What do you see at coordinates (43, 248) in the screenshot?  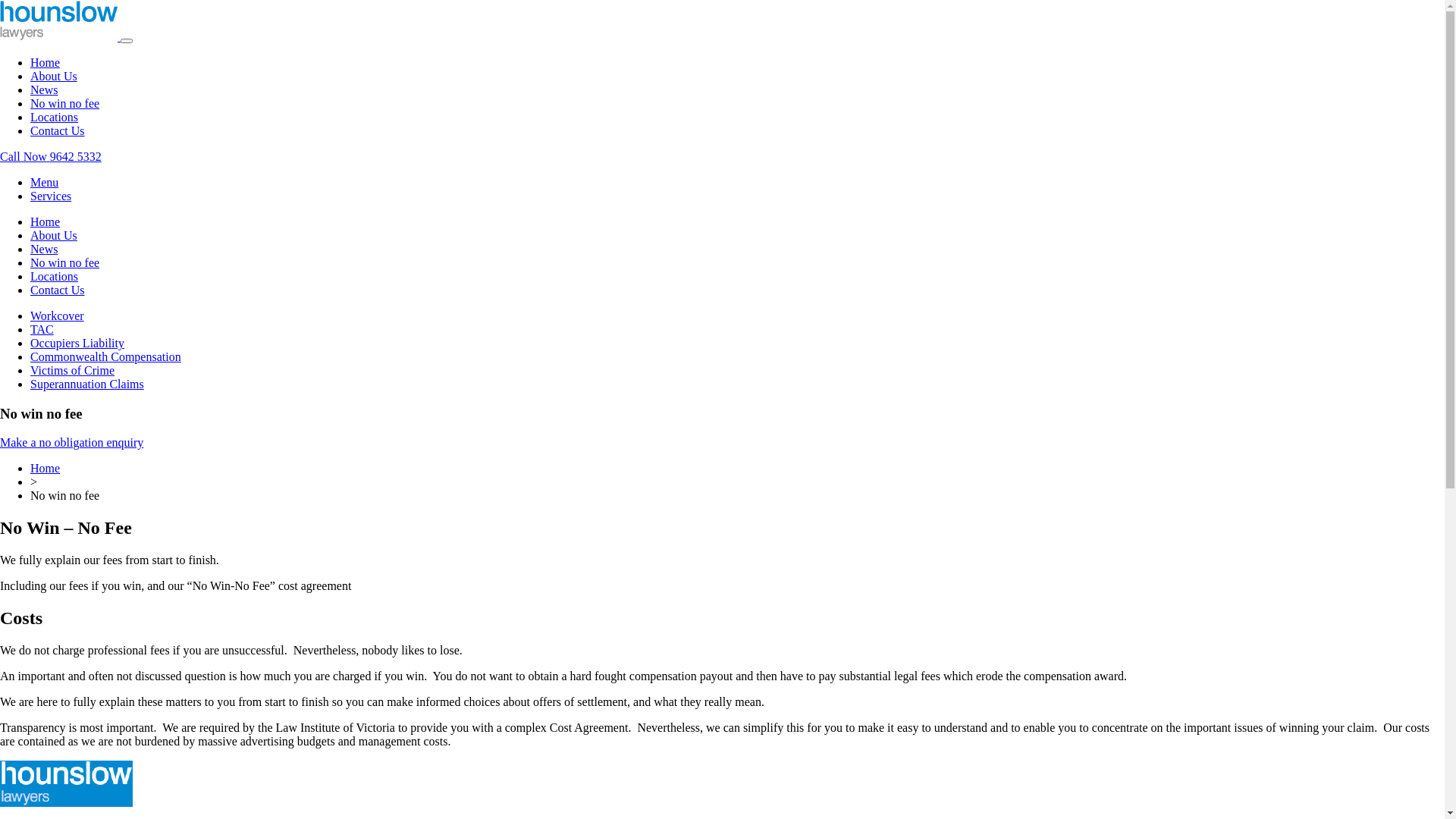 I see `'News'` at bounding box center [43, 248].